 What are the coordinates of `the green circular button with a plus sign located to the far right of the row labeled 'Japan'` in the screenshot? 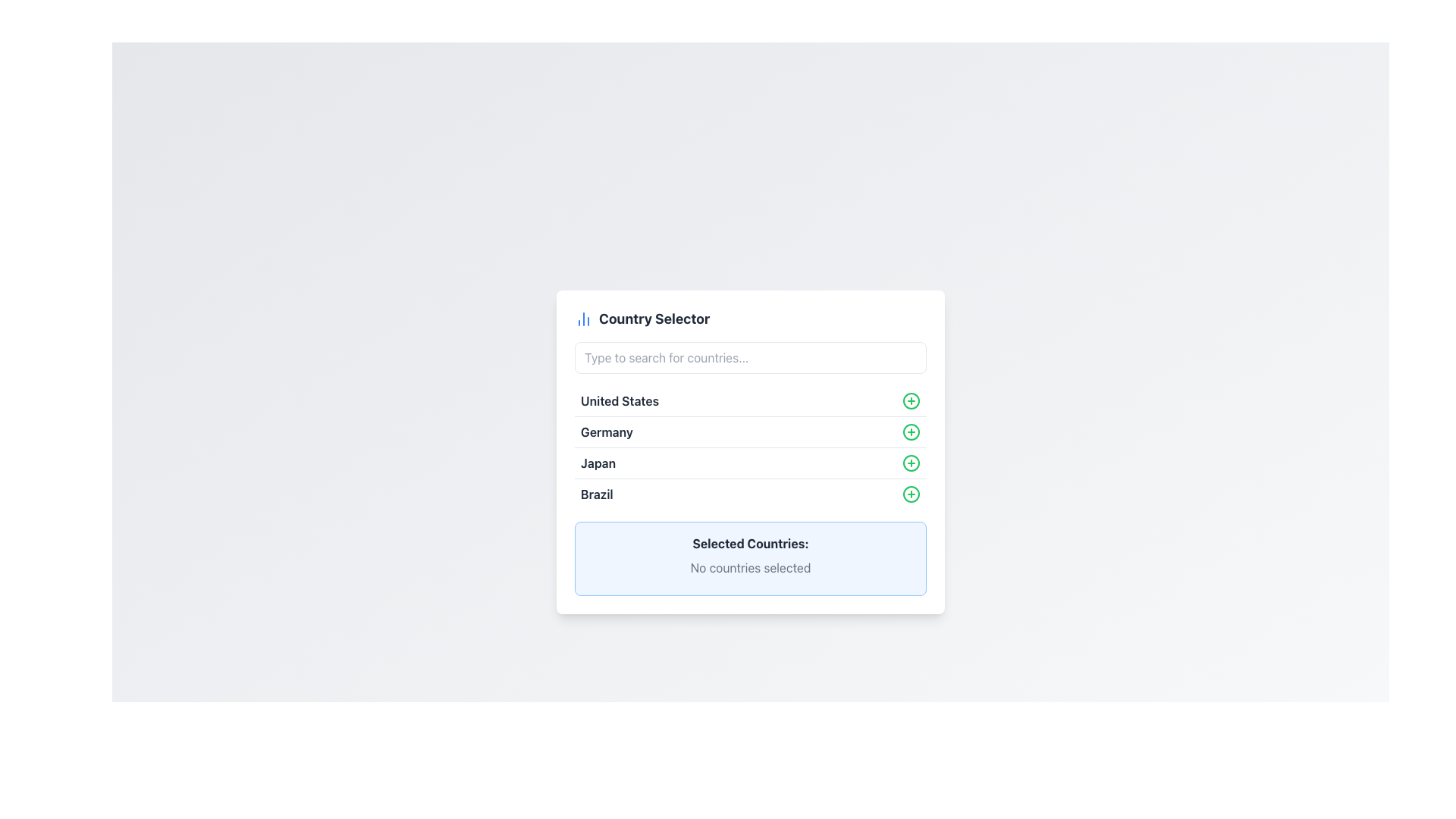 It's located at (910, 461).